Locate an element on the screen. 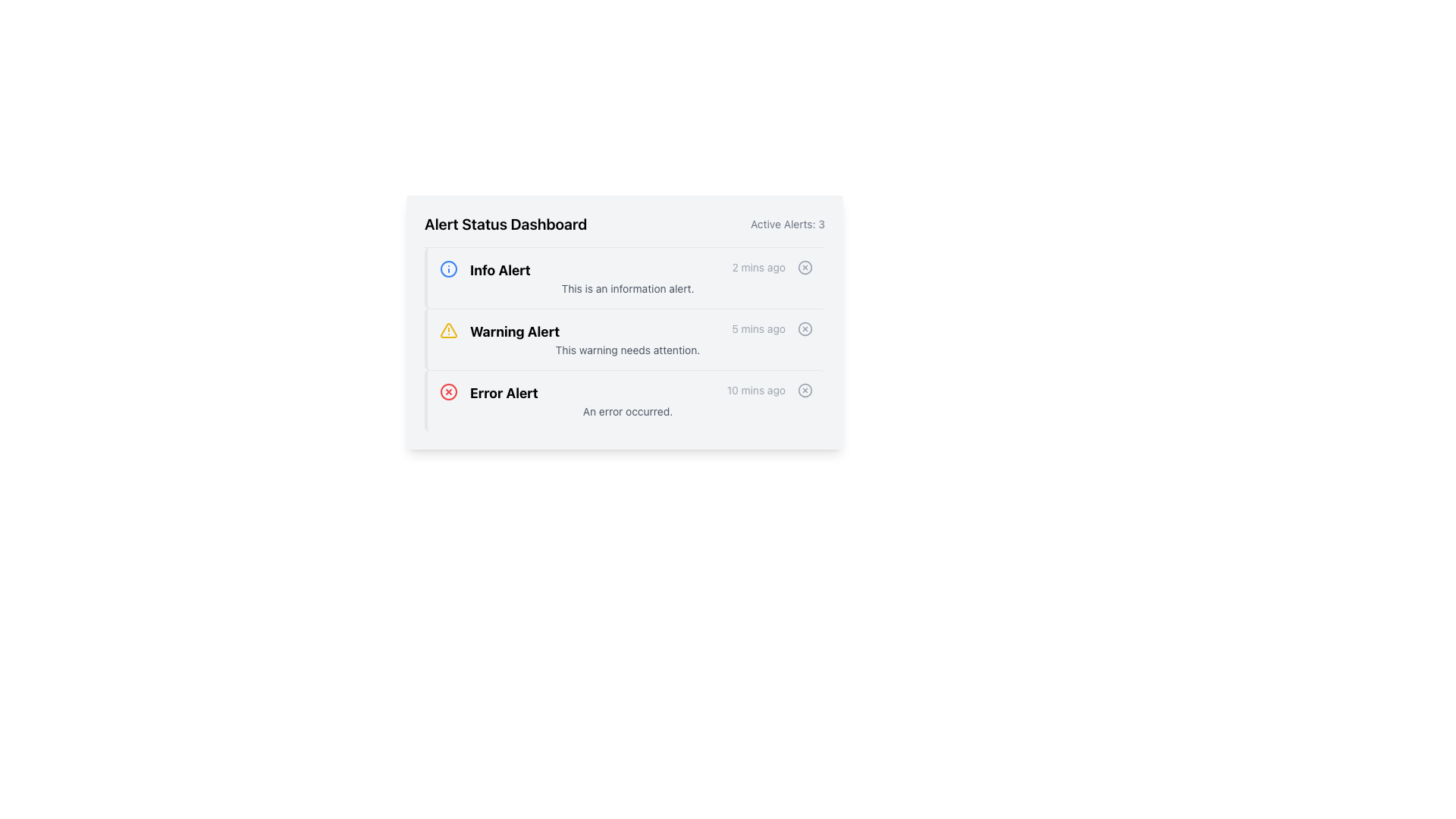 The height and width of the screenshot is (819, 1456). the circular red stroke close icon located in the third row of the alert list, adjacent to the timestamp of the 'Error Alert' entry is located at coordinates (447, 391).